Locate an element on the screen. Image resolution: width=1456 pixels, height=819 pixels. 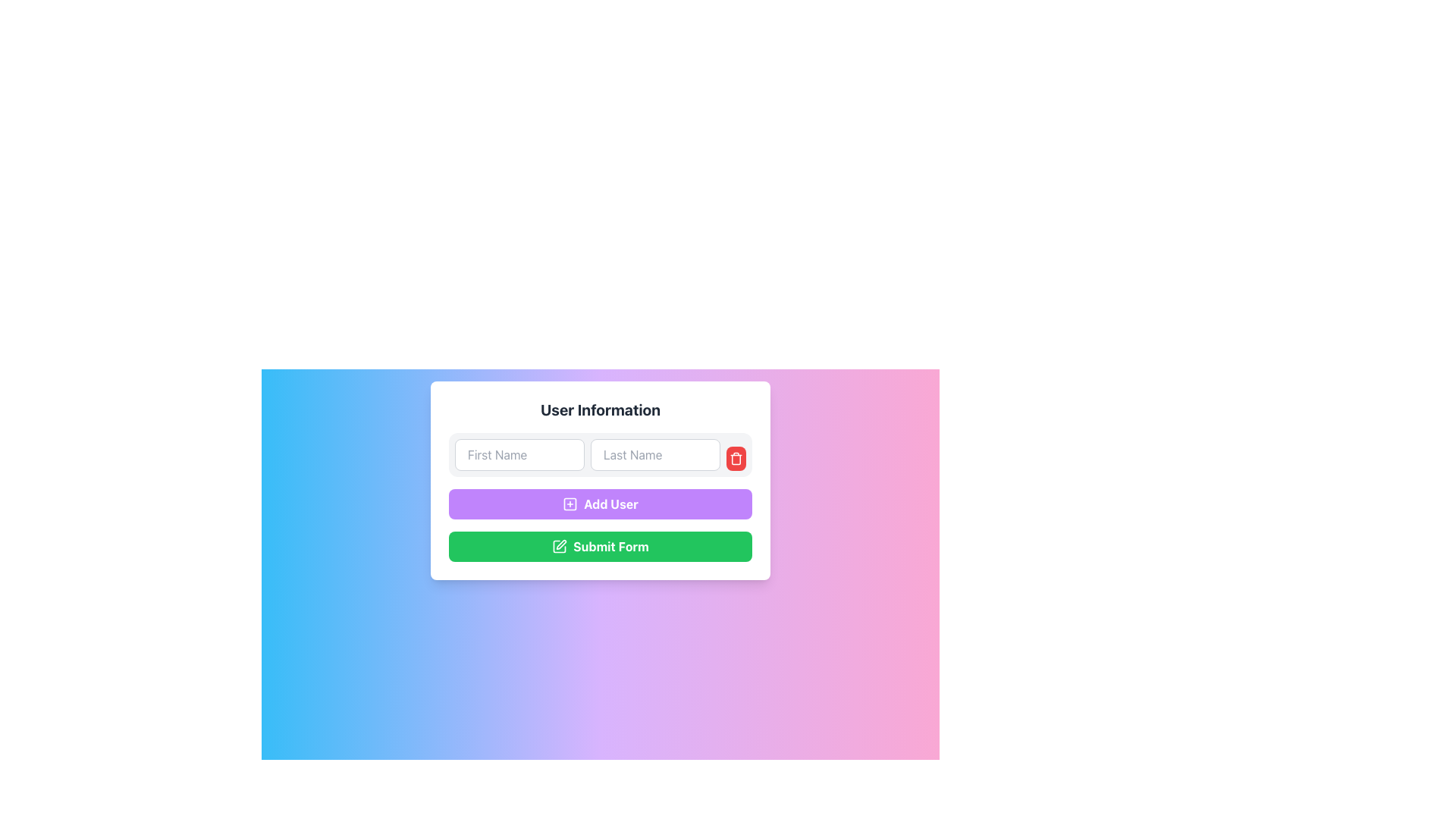
the text input field labeled 'Last Name' to select any entered text is located at coordinates (655, 454).